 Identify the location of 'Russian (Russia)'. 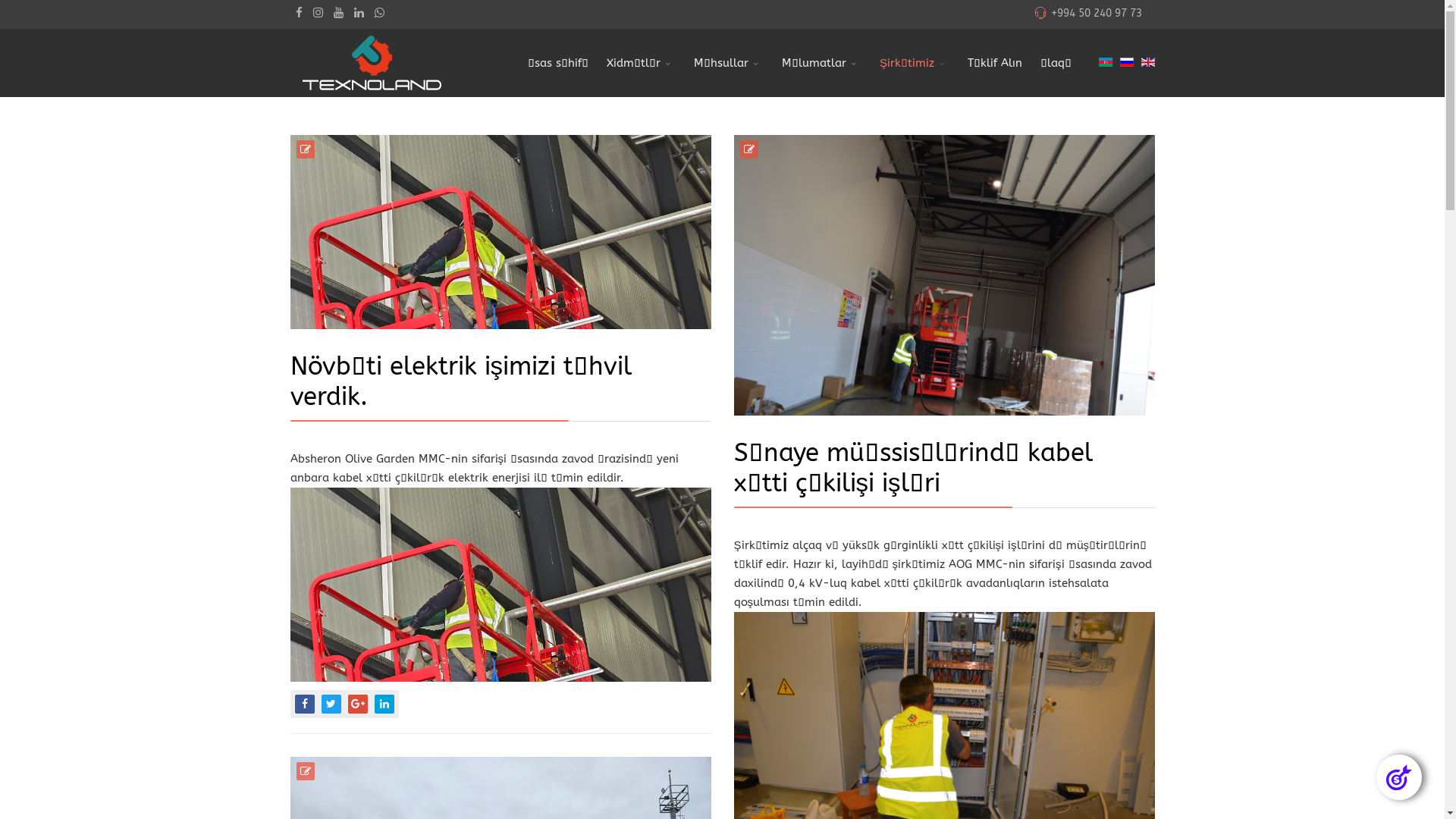
(1125, 61).